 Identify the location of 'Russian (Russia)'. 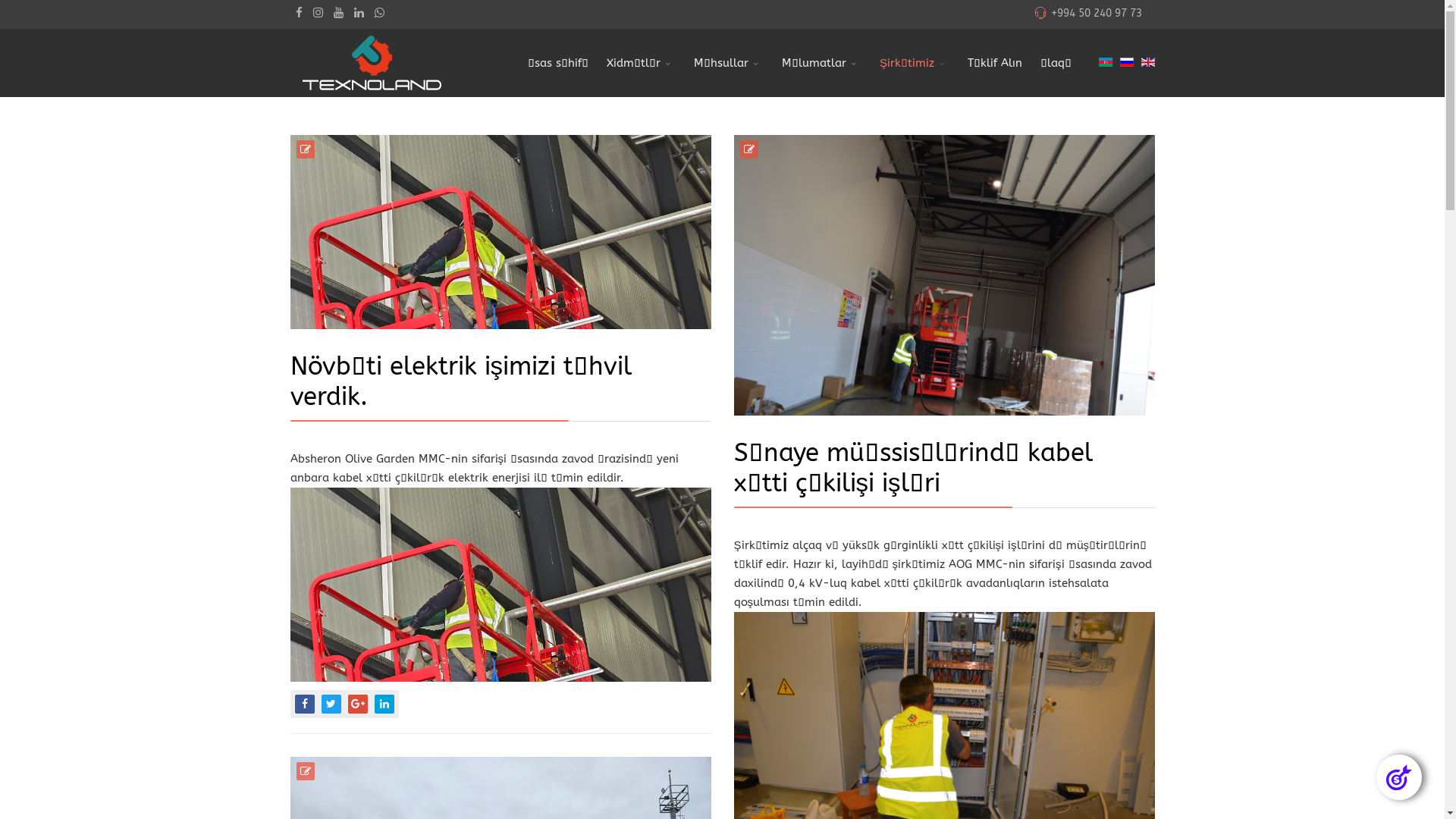
(1125, 61).